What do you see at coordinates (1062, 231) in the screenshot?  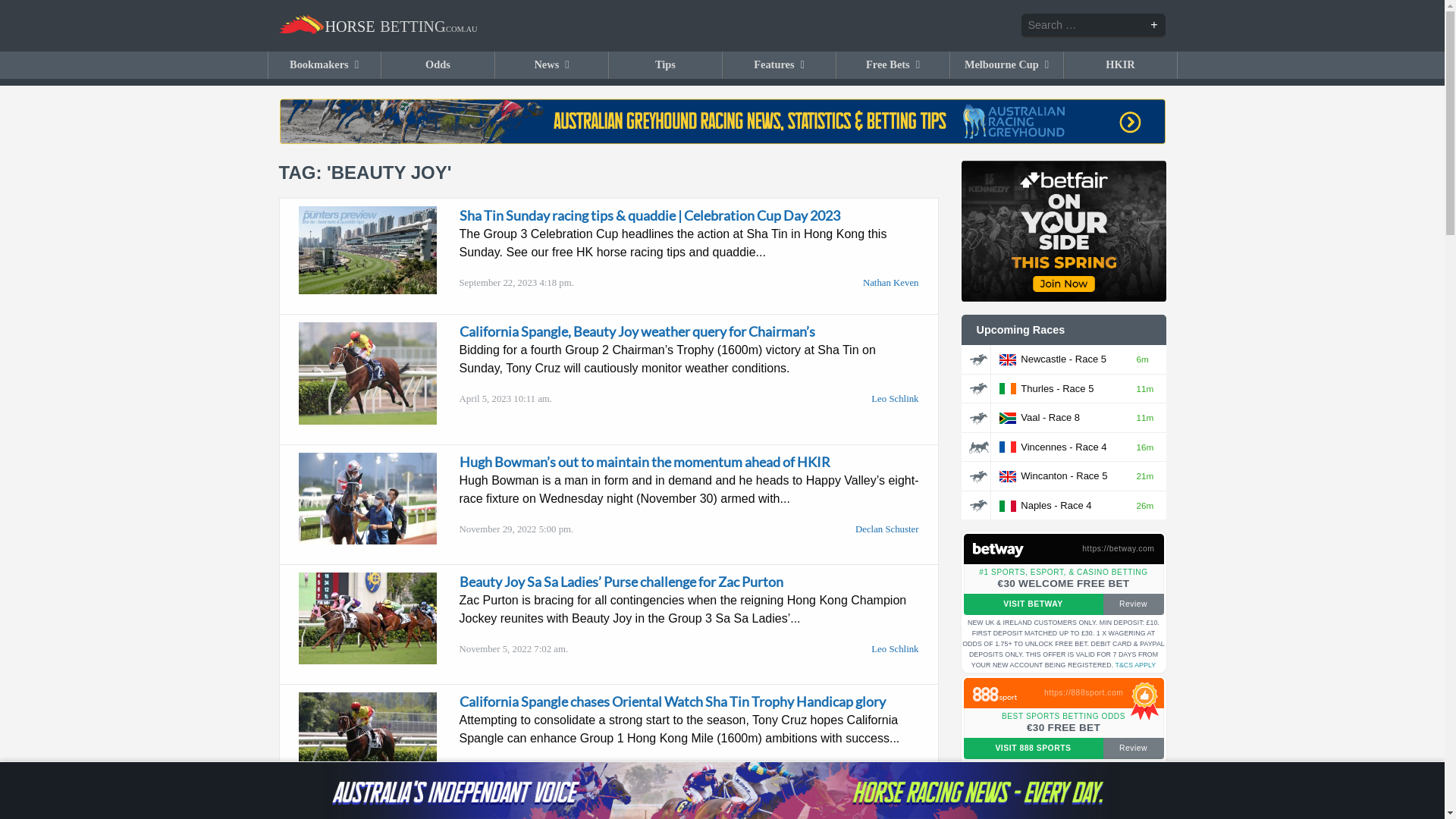 I see `'Betfair - ON YOUR SIDE'` at bounding box center [1062, 231].